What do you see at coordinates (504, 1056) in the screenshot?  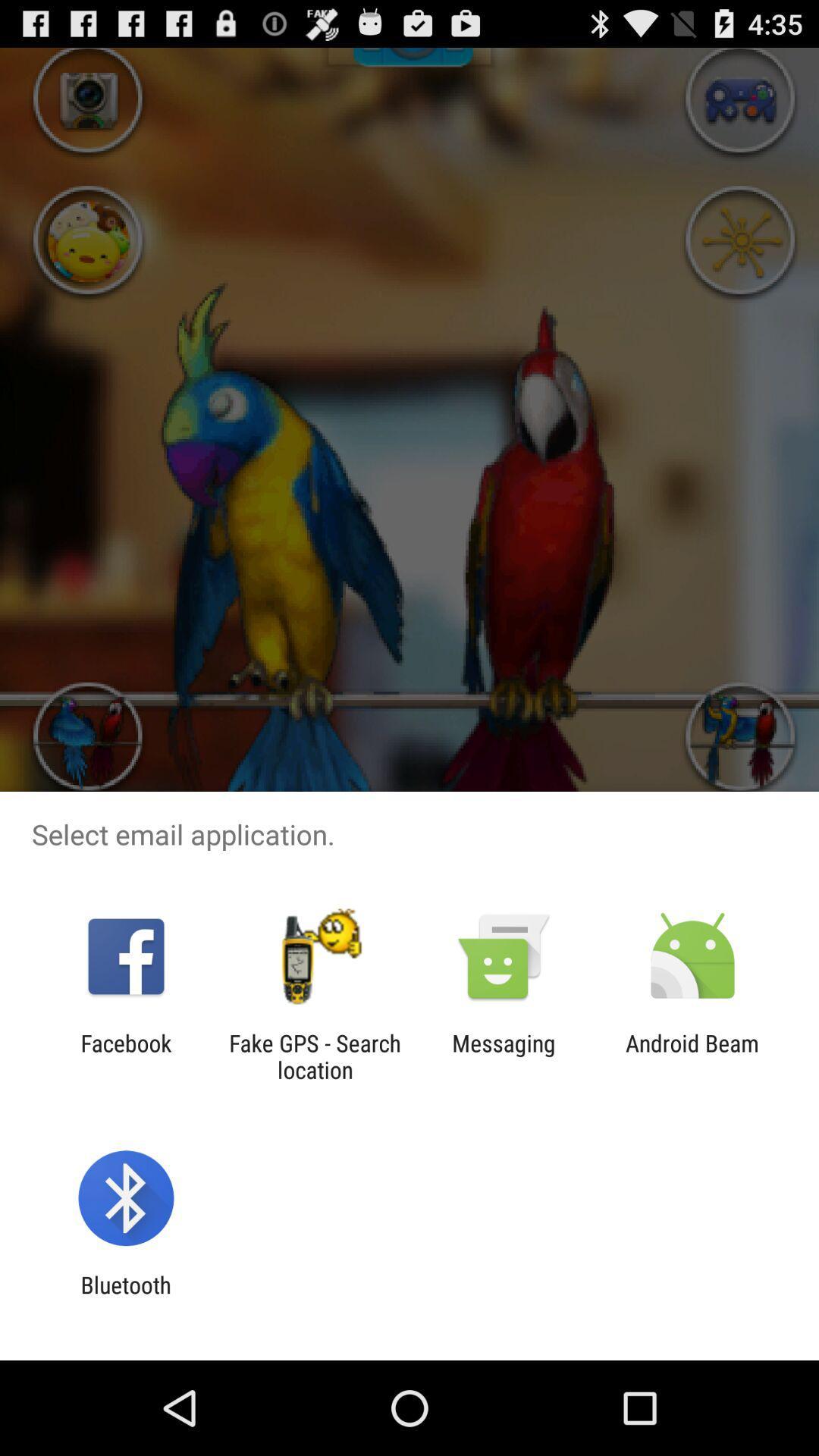 I see `the messaging item` at bounding box center [504, 1056].